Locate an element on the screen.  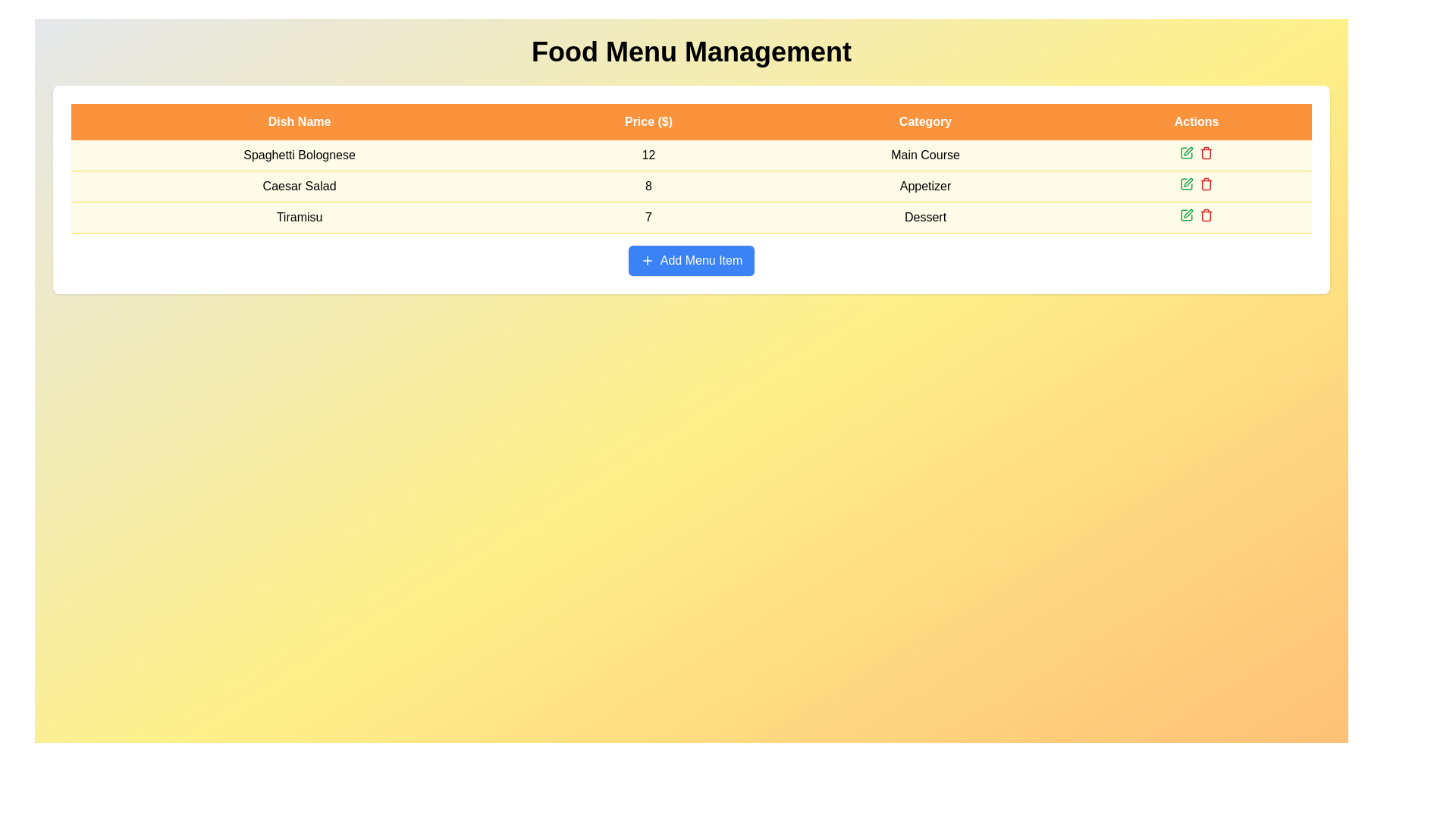
the 'Actions' table header cell, which is the fourth header in the row with an orange background and white text is located at coordinates (1196, 121).